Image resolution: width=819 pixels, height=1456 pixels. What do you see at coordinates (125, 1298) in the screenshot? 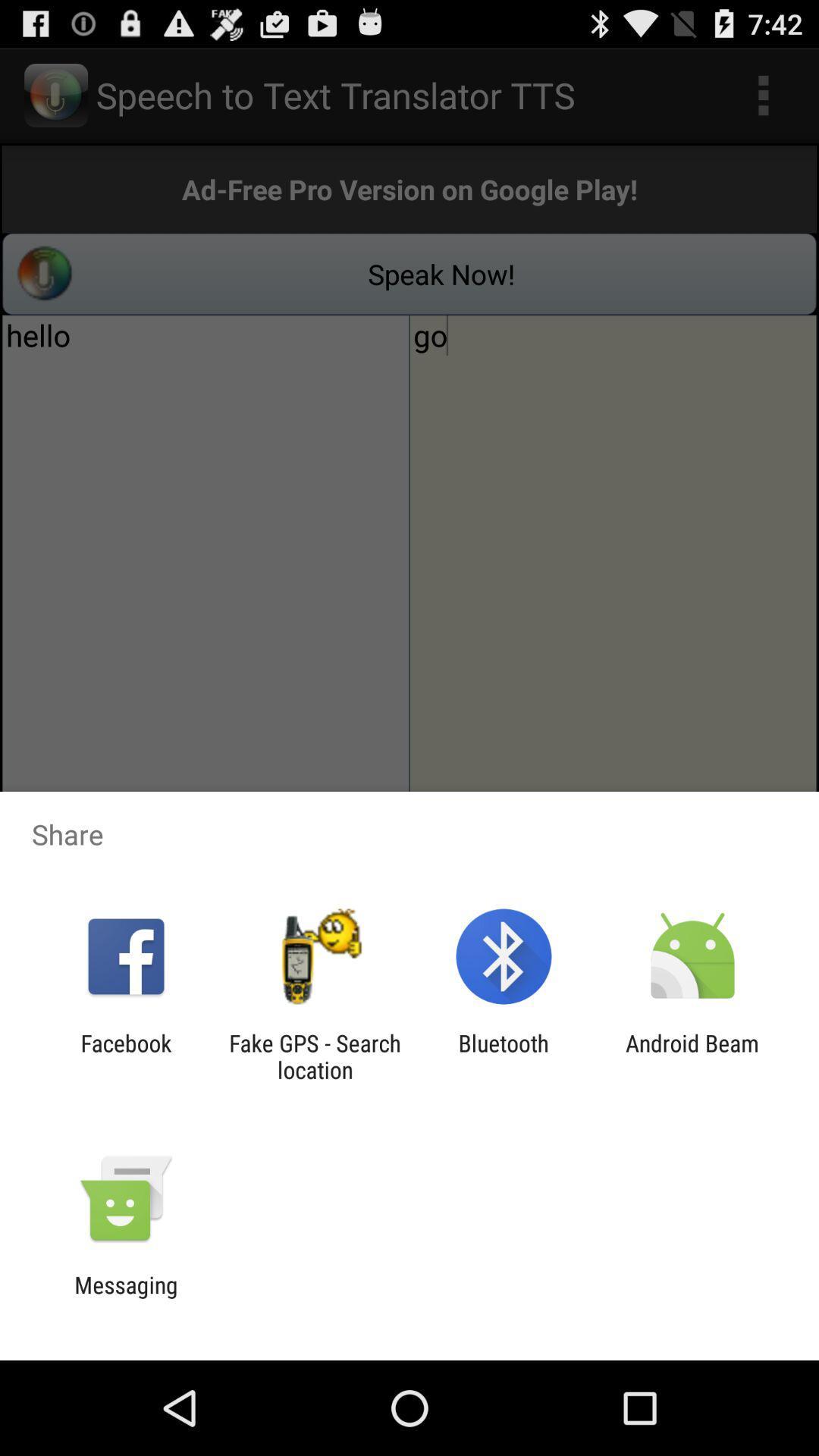
I see `messaging` at bounding box center [125, 1298].